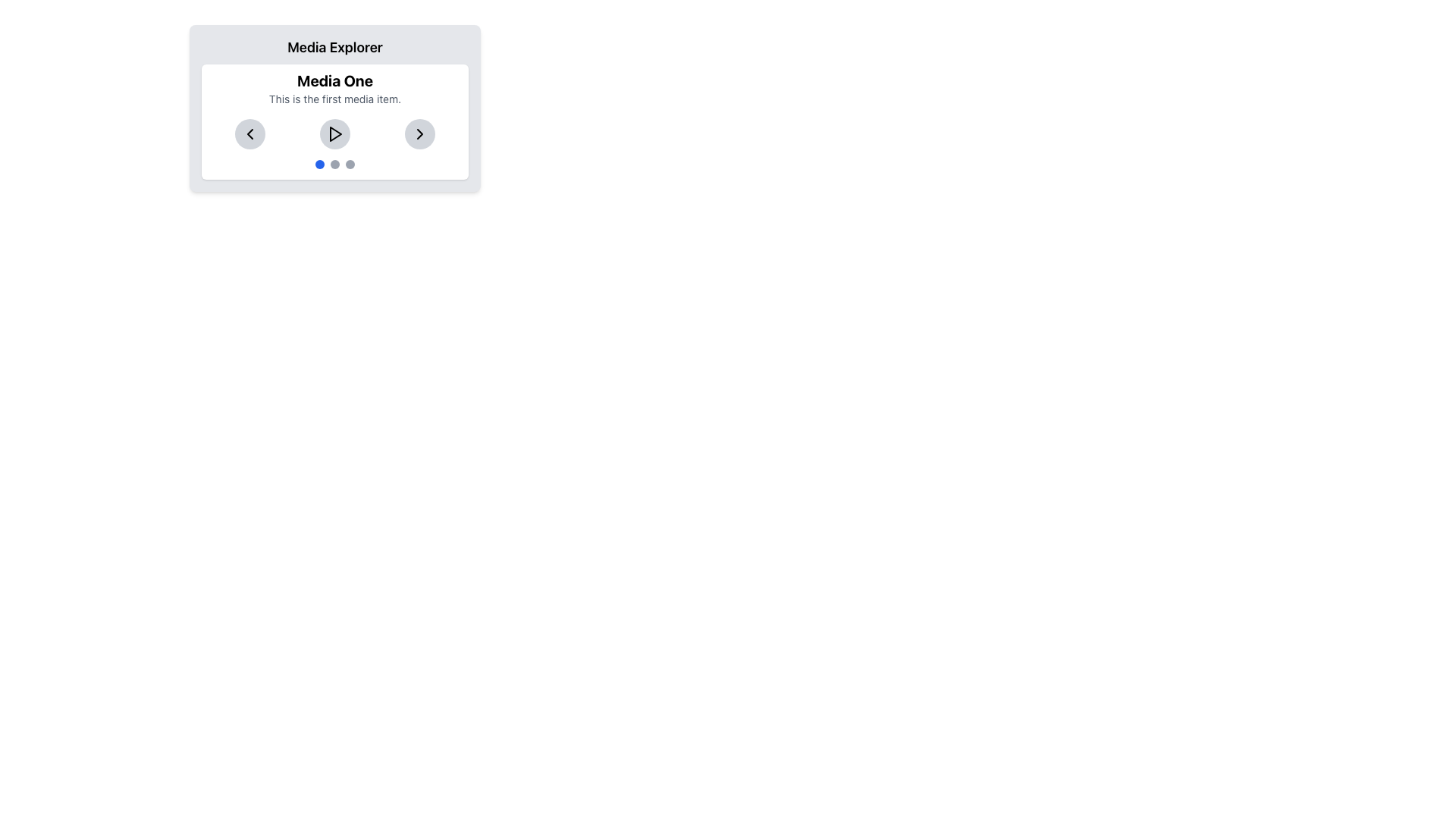 The height and width of the screenshot is (819, 1456). Describe the element at coordinates (334, 164) in the screenshot. I see `the second round button in the Media Explorer interface` at that location.